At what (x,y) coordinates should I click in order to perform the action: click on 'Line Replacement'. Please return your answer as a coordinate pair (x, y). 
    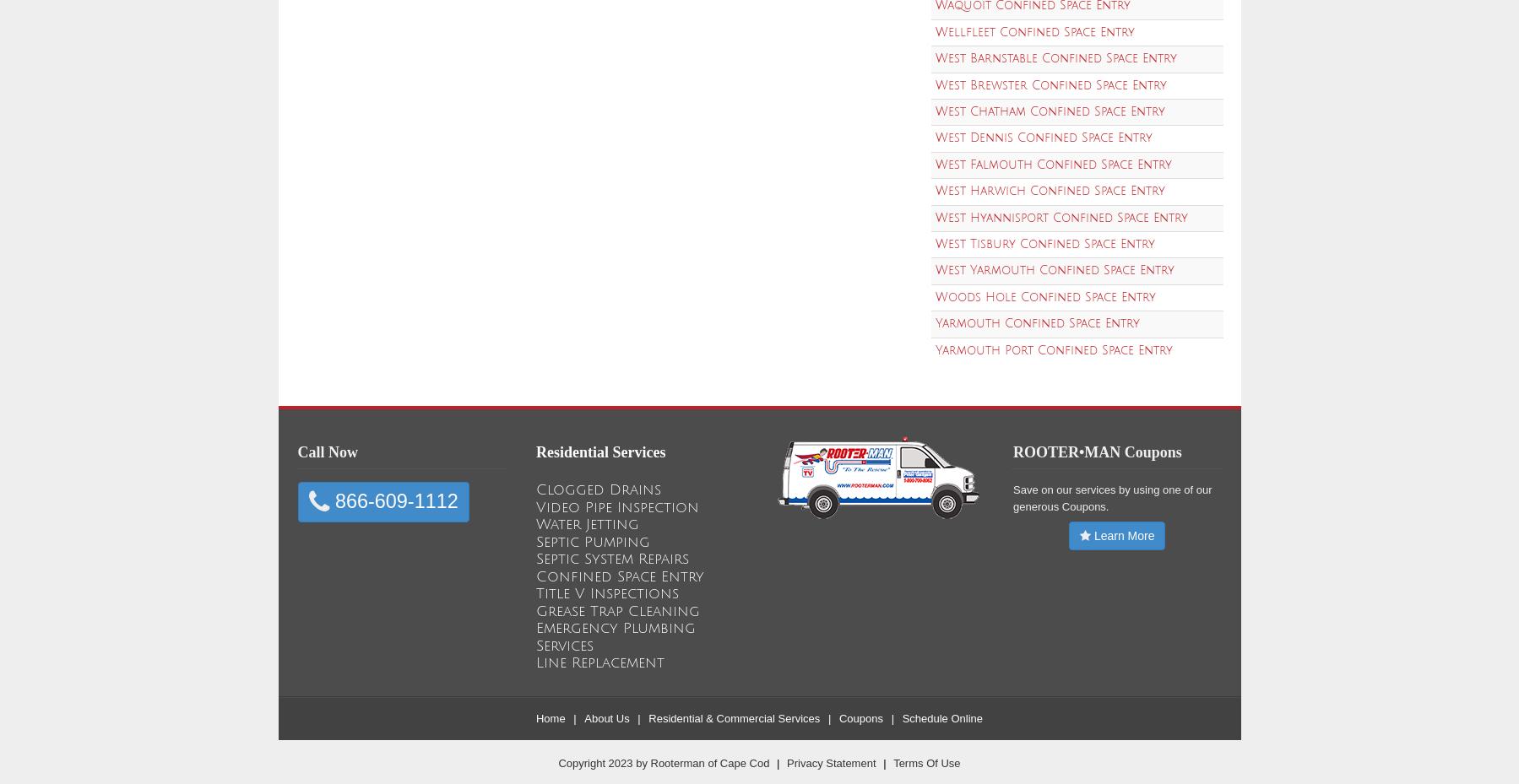
    Looking at the image, I should click on (599, 662).